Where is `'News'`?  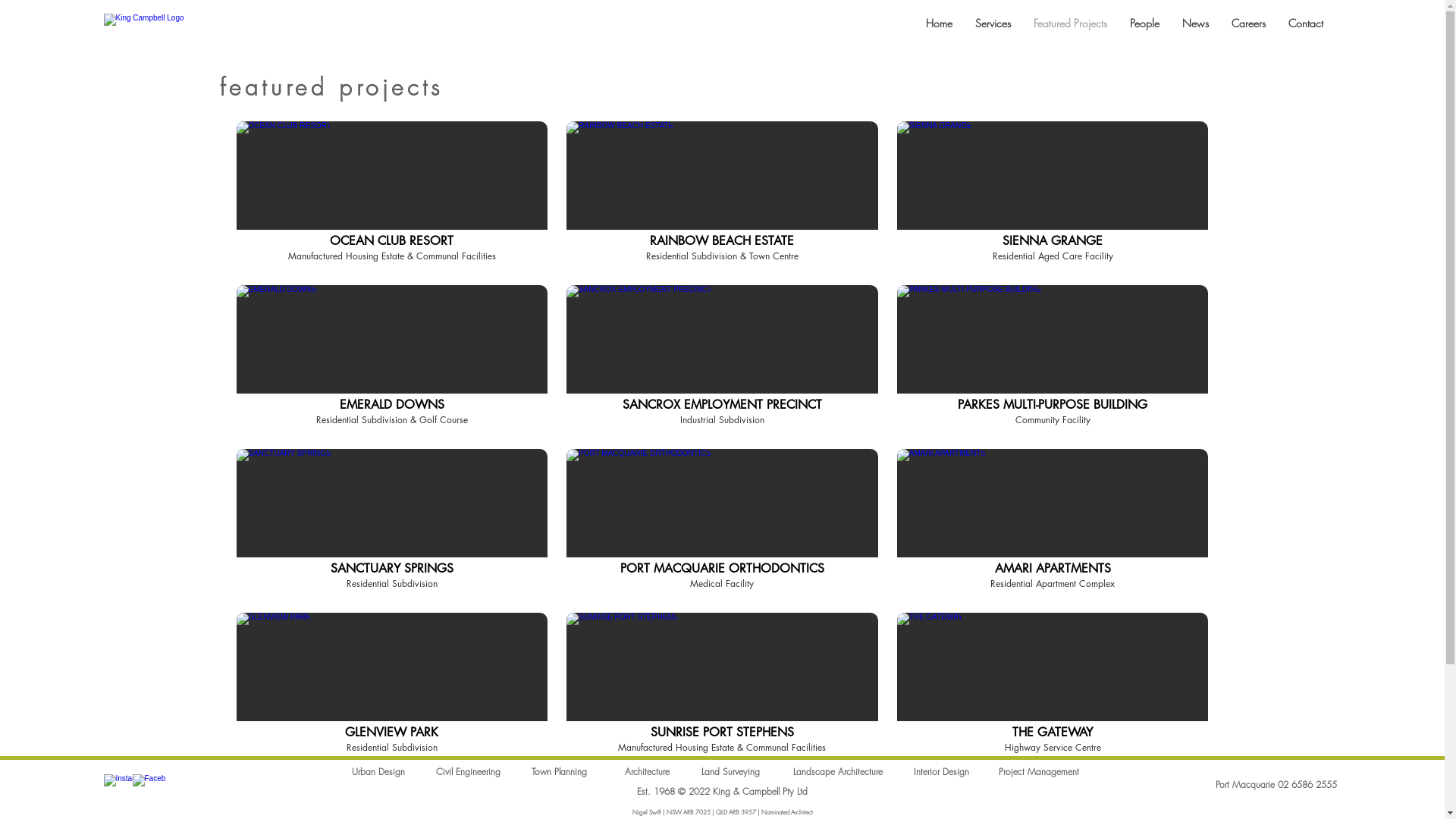 'News' is located at coordinates (1170, 23).